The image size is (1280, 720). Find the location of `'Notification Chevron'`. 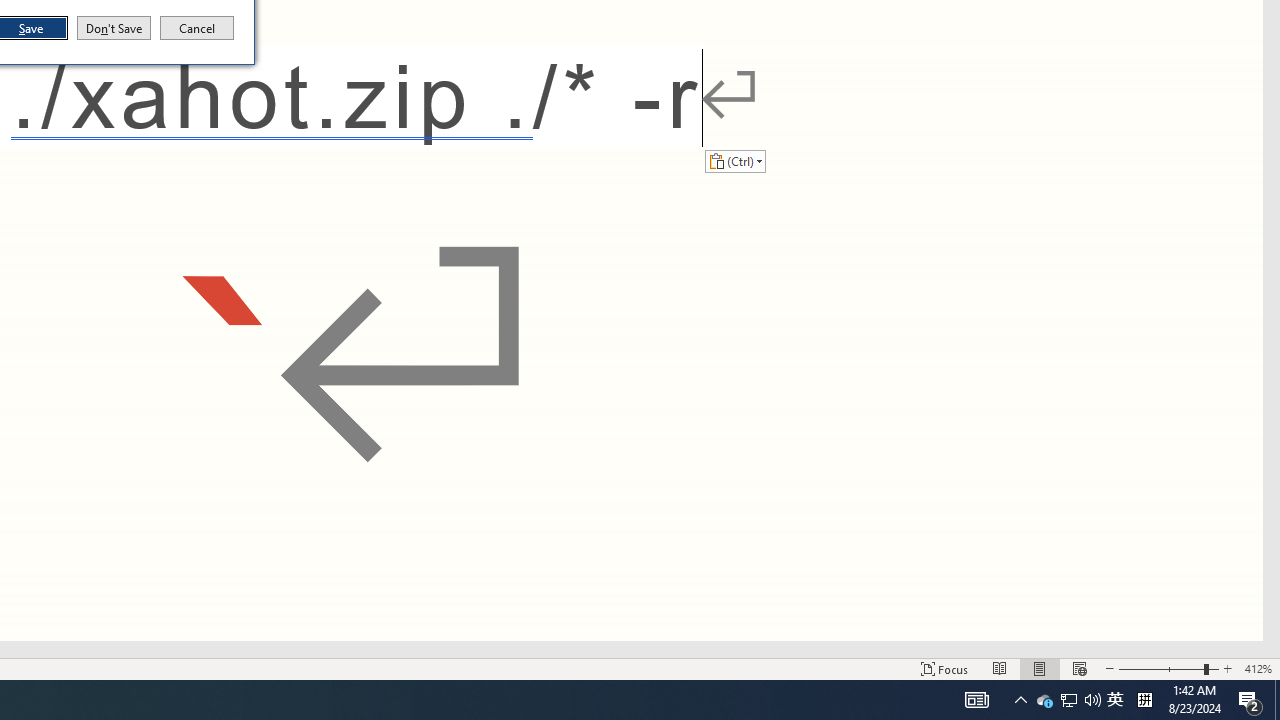

'Notification Chevron' is located at coordinates (1020, 698).